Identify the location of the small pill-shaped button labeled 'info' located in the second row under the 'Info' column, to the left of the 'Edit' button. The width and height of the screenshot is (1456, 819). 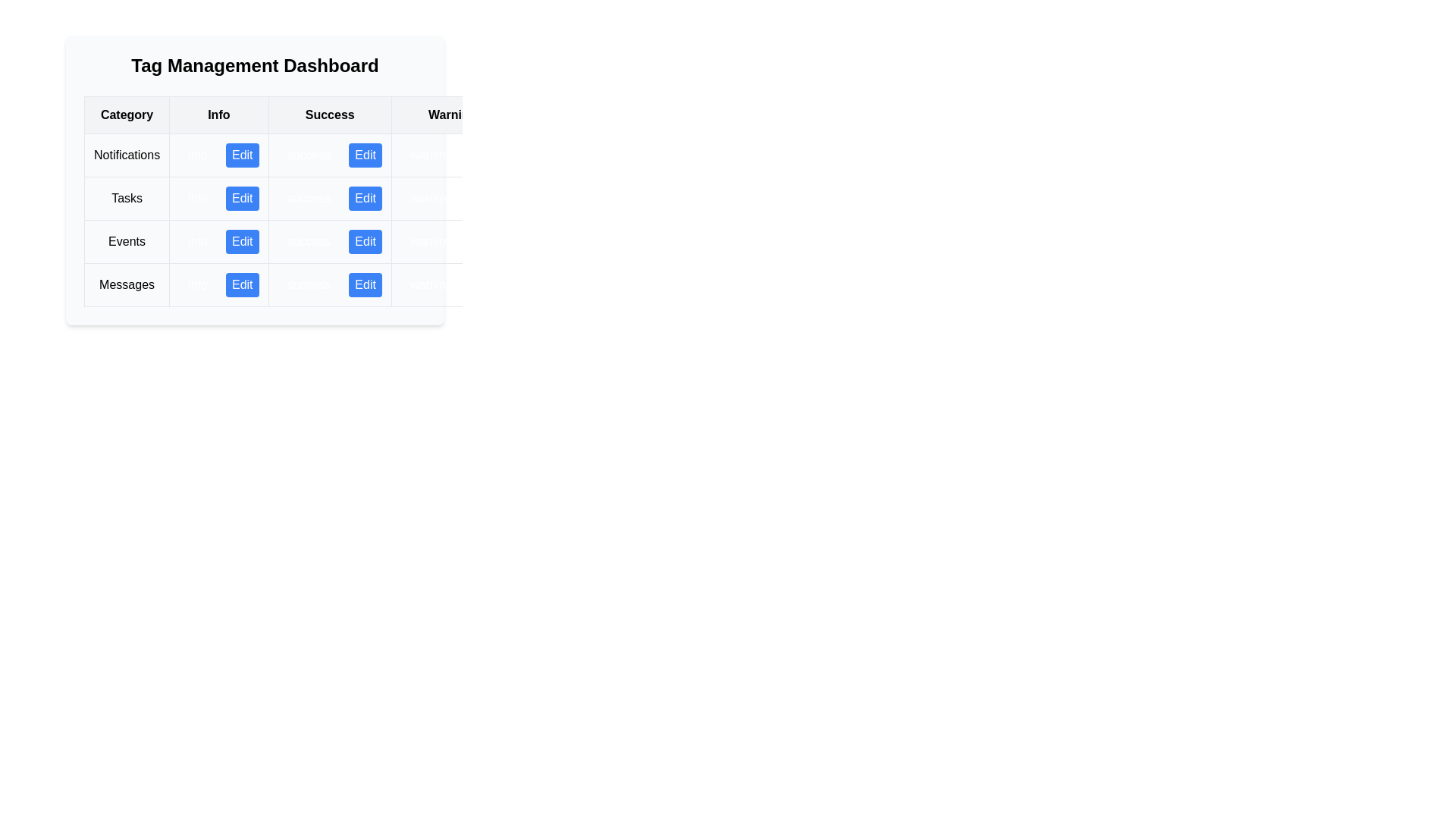
(197, 198).